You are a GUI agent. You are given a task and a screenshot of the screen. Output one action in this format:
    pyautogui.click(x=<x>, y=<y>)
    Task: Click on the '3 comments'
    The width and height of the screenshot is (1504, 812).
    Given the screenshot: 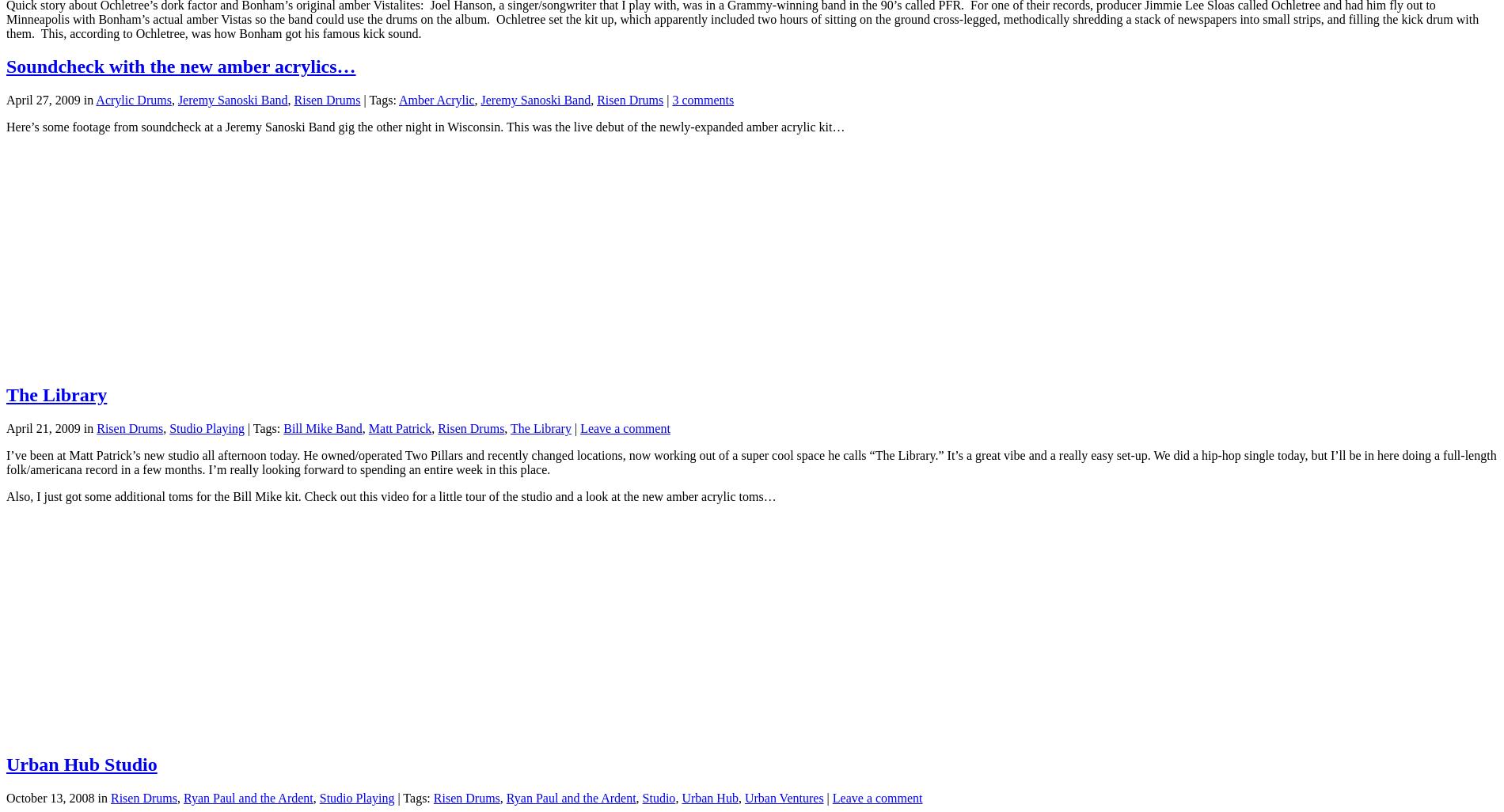 What is the action you would take?
    pyautogui.click(x=702, y=100)
    